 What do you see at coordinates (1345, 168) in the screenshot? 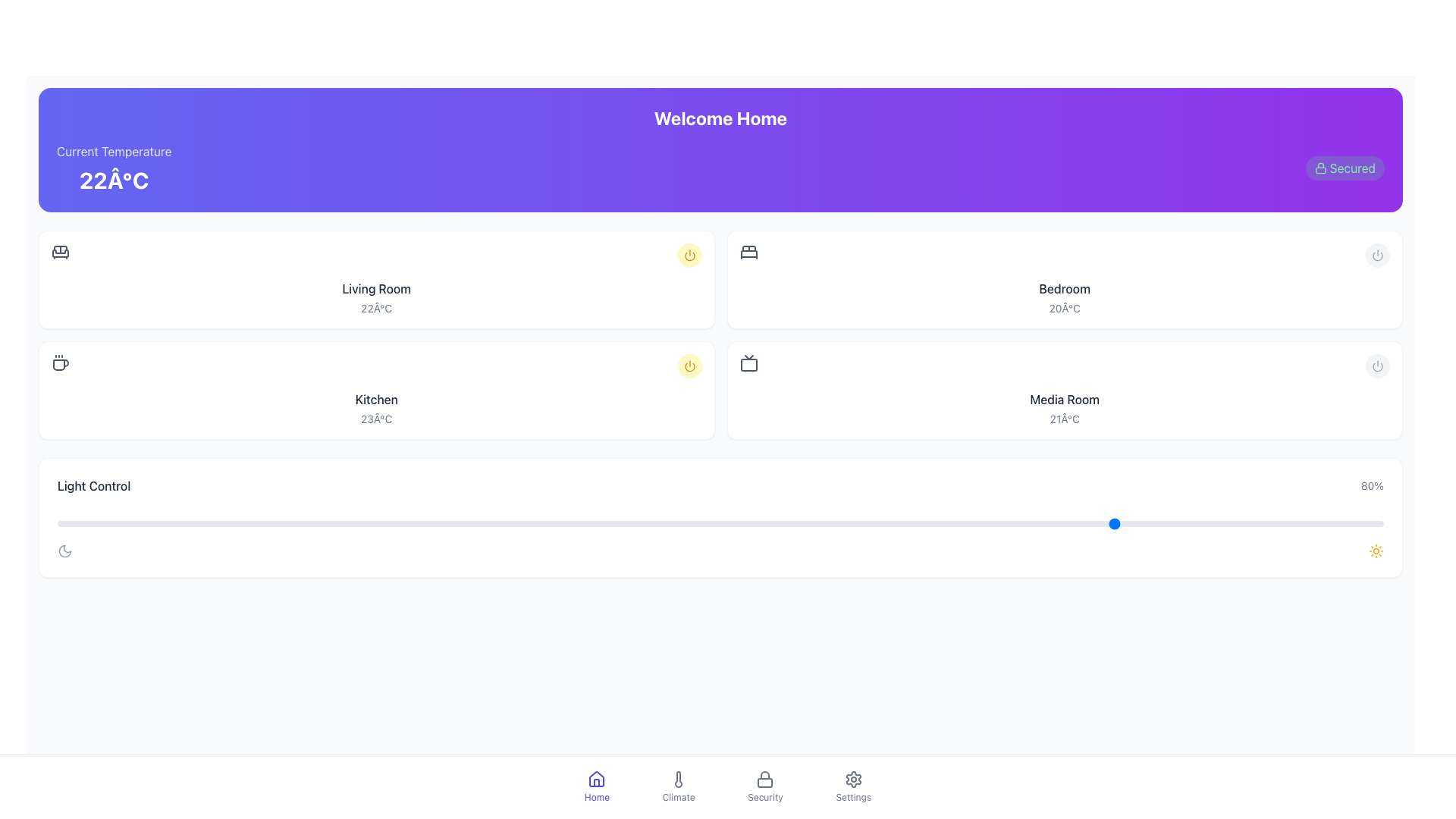
I see `the status indicator badge with a green lock icon and the text 'Secured', located in the top-right corner of the purple gradient header` at bounding box center [1345, 168].